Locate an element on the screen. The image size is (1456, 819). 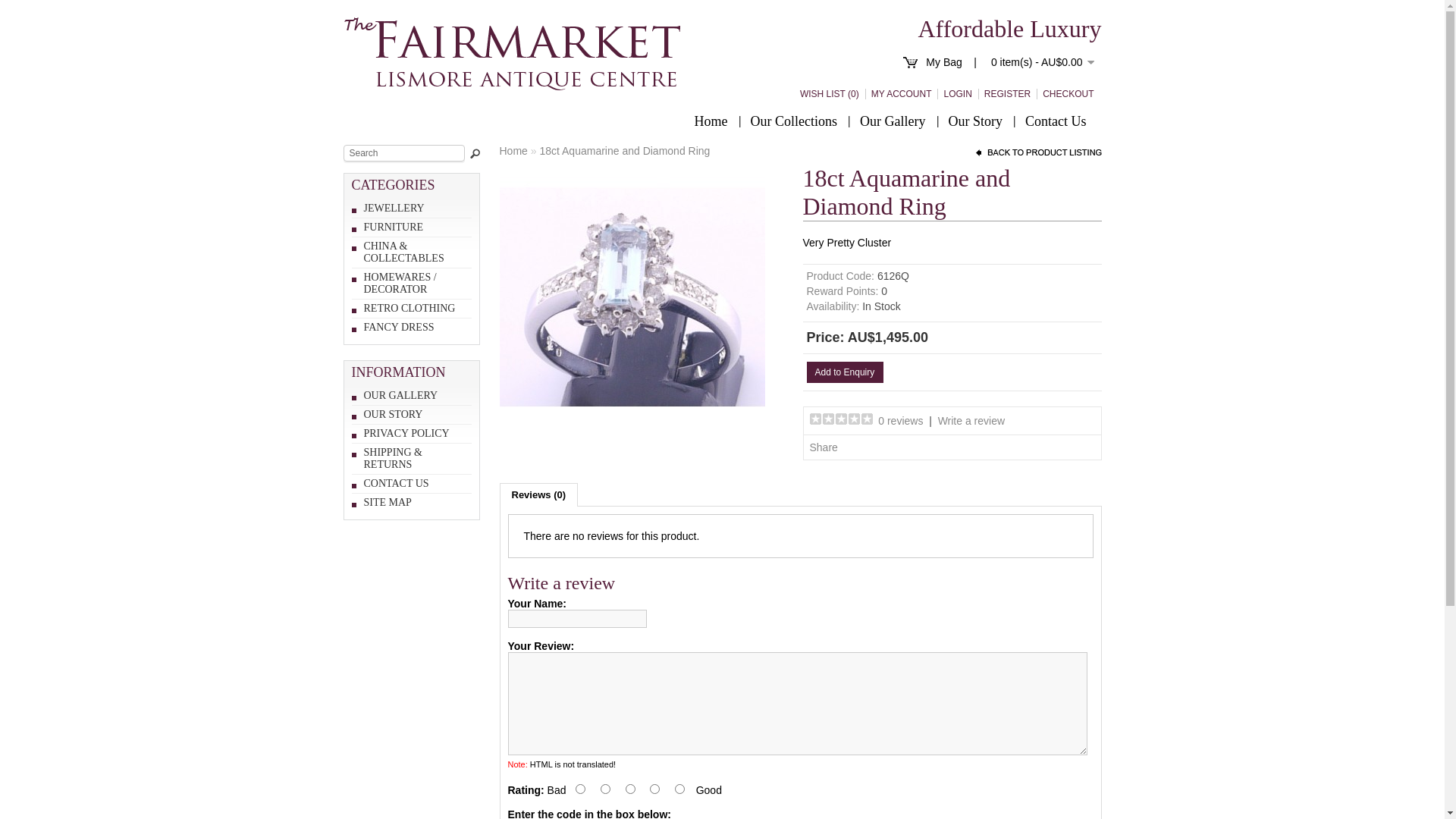
'OUR STORY' is located at coordinates (364, 414).